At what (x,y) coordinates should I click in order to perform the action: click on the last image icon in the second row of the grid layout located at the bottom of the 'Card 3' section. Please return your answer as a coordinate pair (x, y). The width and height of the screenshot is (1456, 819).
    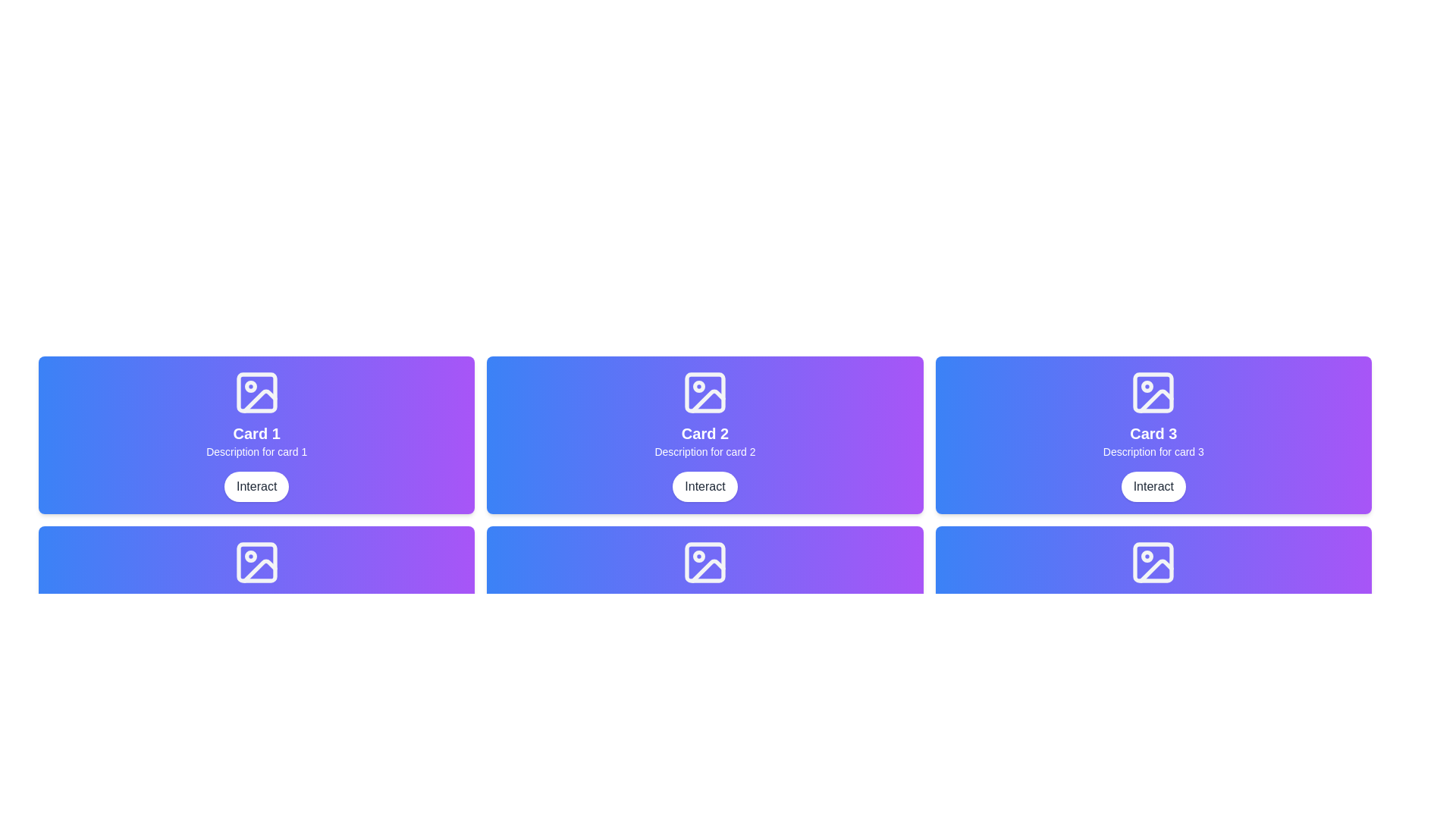
    Looking at the image, I should click on (1153, 562).